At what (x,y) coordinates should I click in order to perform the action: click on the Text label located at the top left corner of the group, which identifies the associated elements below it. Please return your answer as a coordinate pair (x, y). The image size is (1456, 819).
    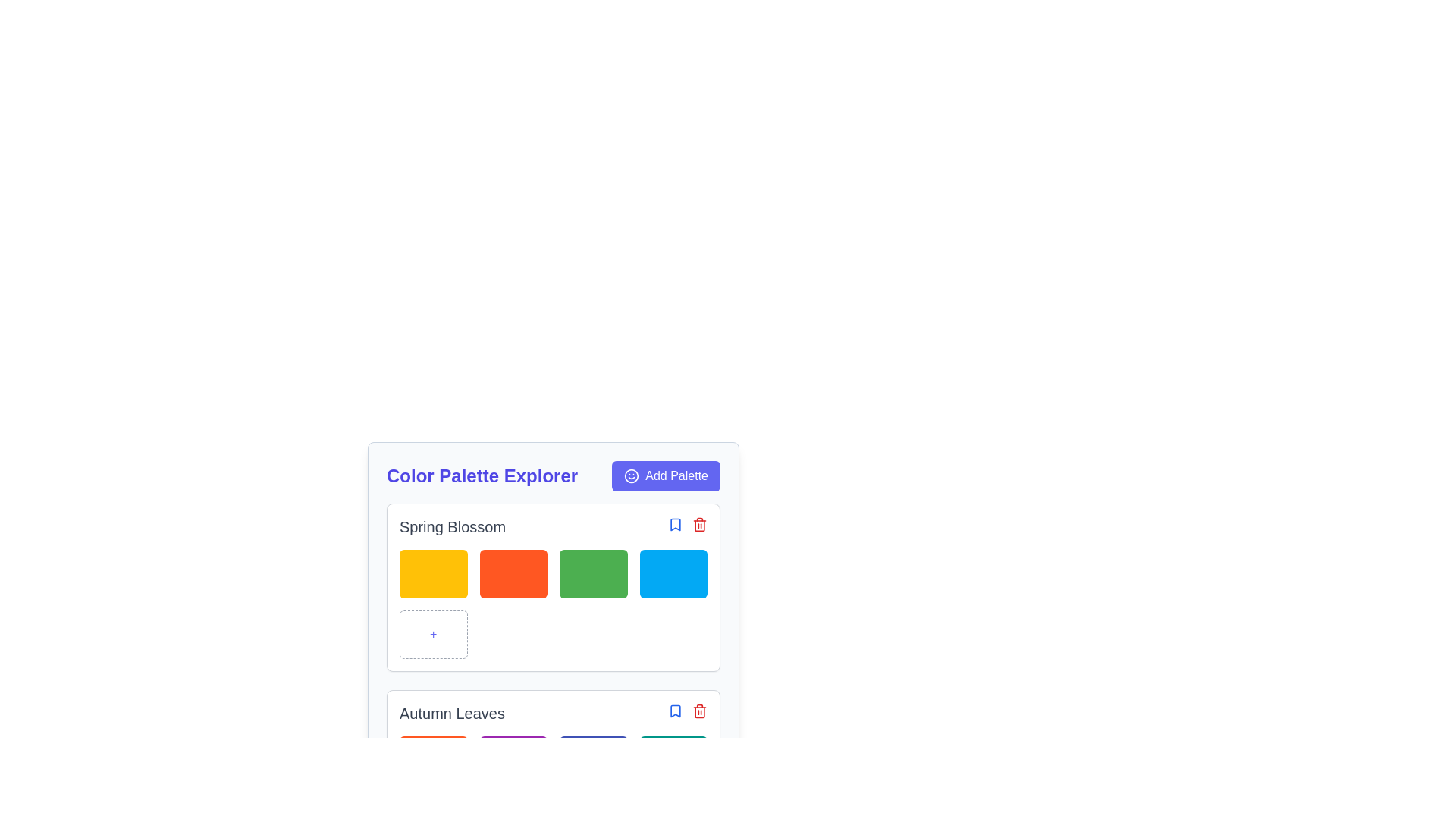
    Looking at the image, I should click on (452, 526).